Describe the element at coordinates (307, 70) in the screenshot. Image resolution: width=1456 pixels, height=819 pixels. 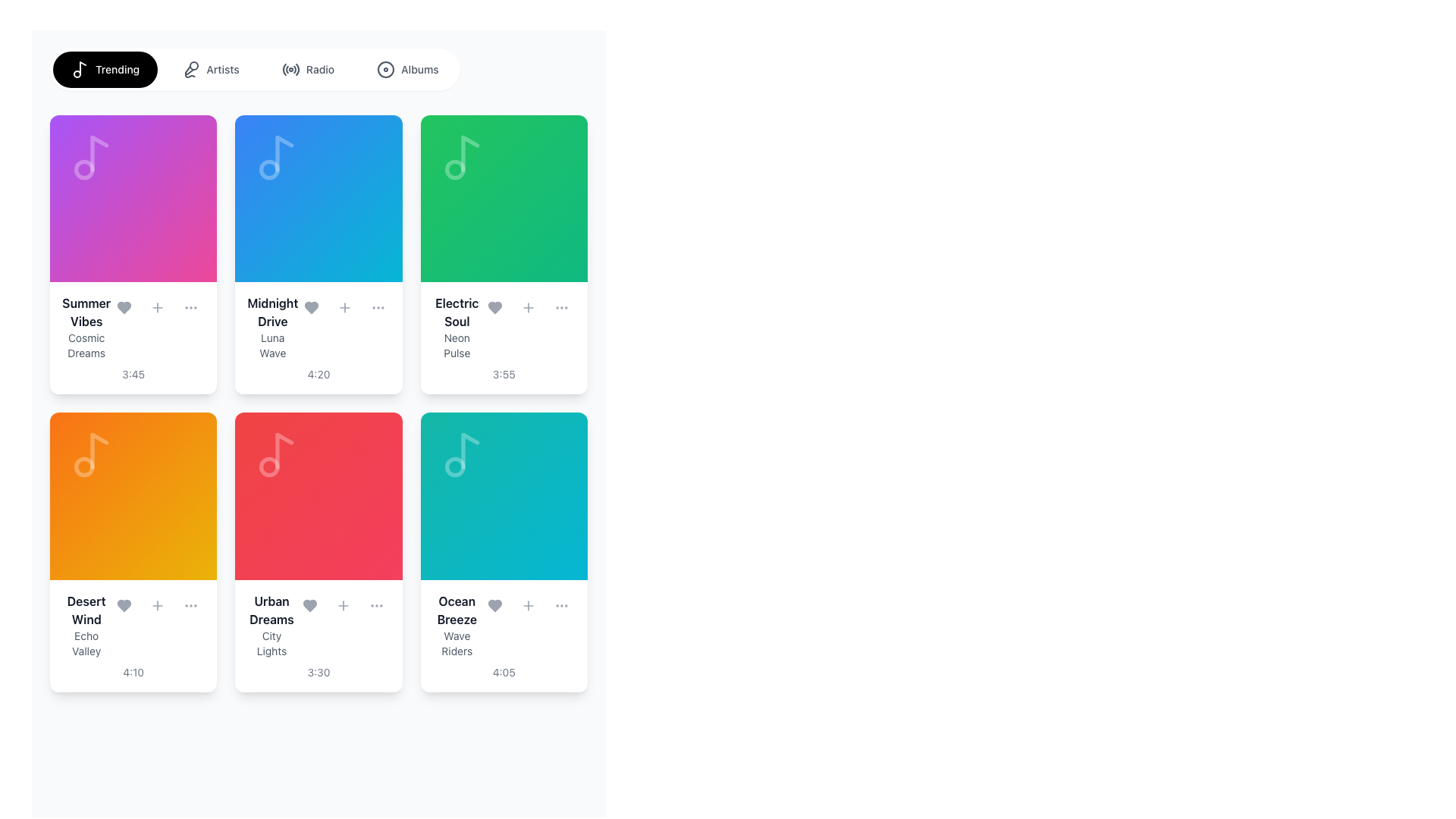
I see `the 'Radio' button, which features a radio wave icon on the left and gray text on the right, to change its background color` at that location.